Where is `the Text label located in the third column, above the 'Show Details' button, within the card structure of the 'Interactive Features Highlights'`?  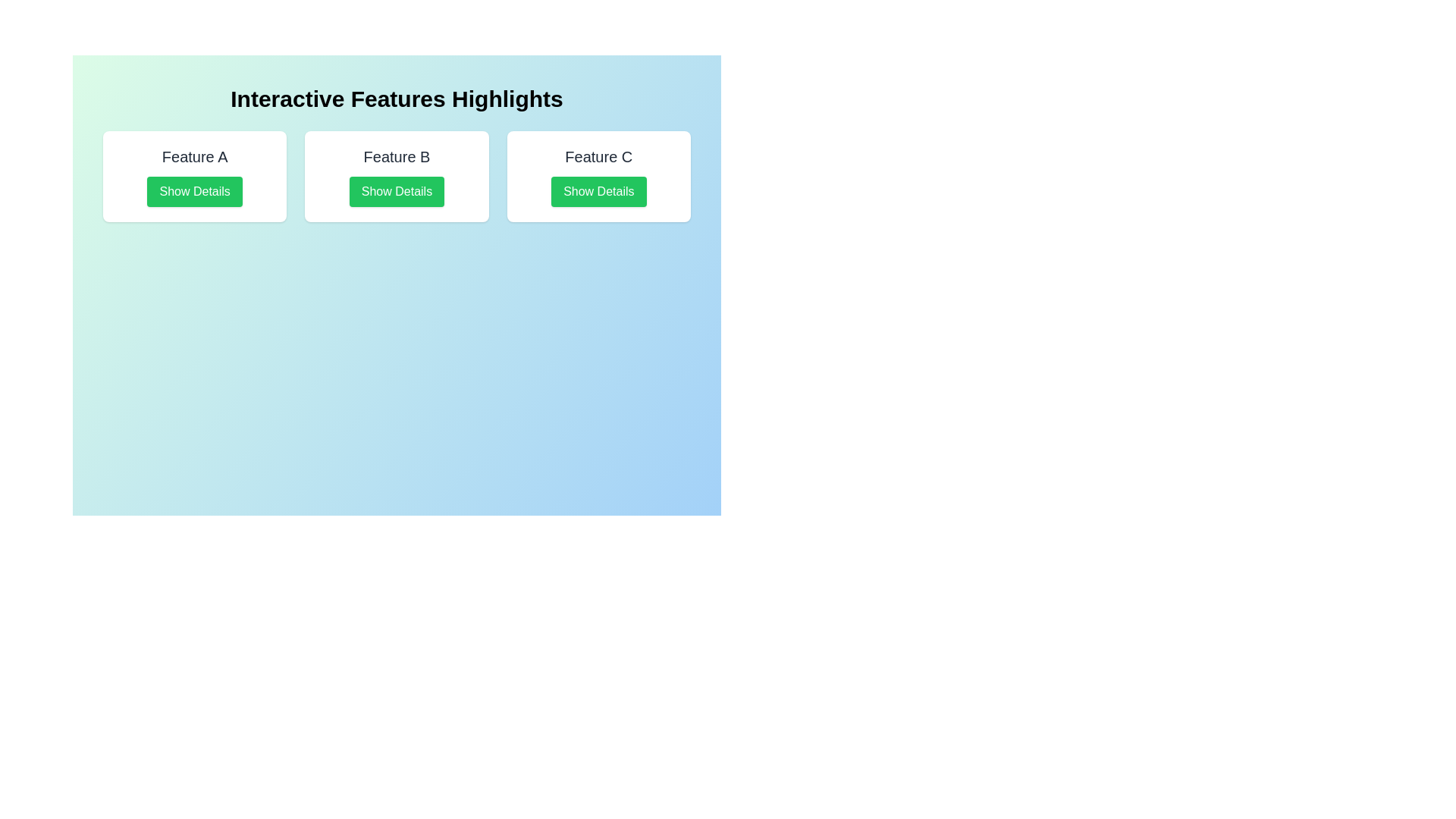
the Text label located in the third column, above the 'Show Details' button, within the card structure of the 'Interactive Features Highlights' is located at coordinates (598, 157).